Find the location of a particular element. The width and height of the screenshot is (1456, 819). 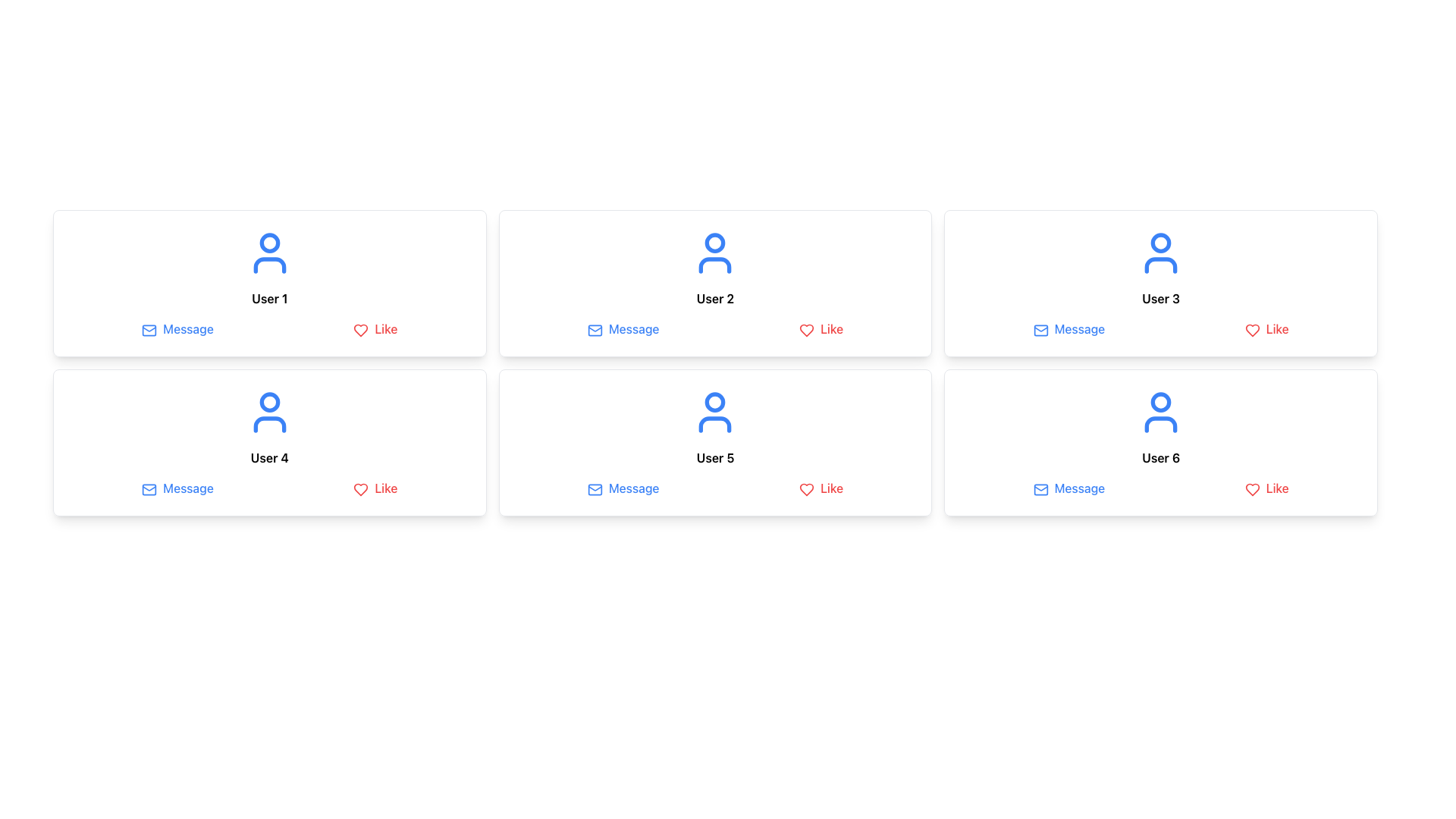

the messaging icon located within the 'Message' button for 'User 3' in the third column of the top row is located at coordinates (1040, 329).